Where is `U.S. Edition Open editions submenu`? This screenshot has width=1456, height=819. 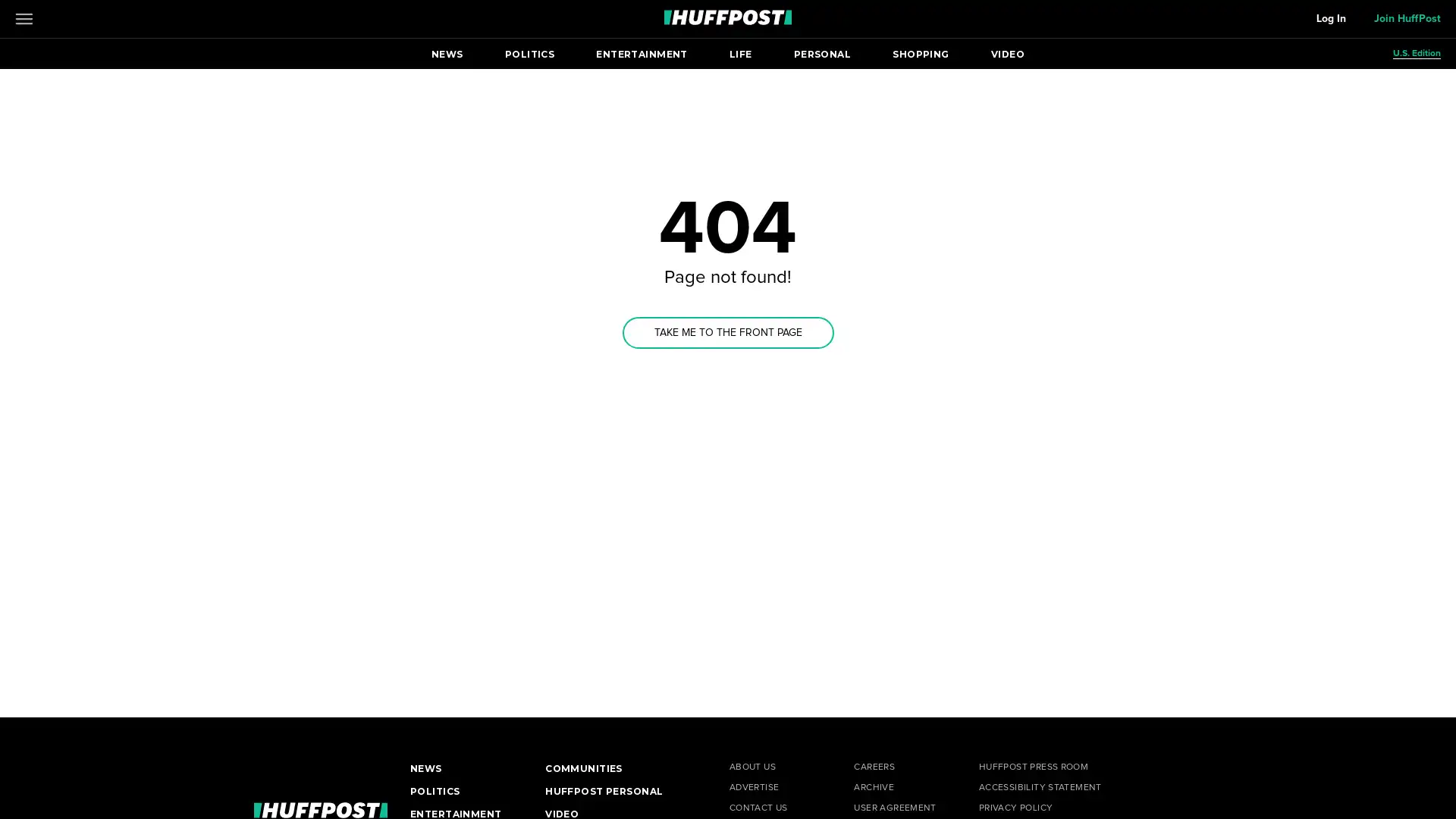 U.S. Edition Open editions submenu is located at coordinates (1416, 53).